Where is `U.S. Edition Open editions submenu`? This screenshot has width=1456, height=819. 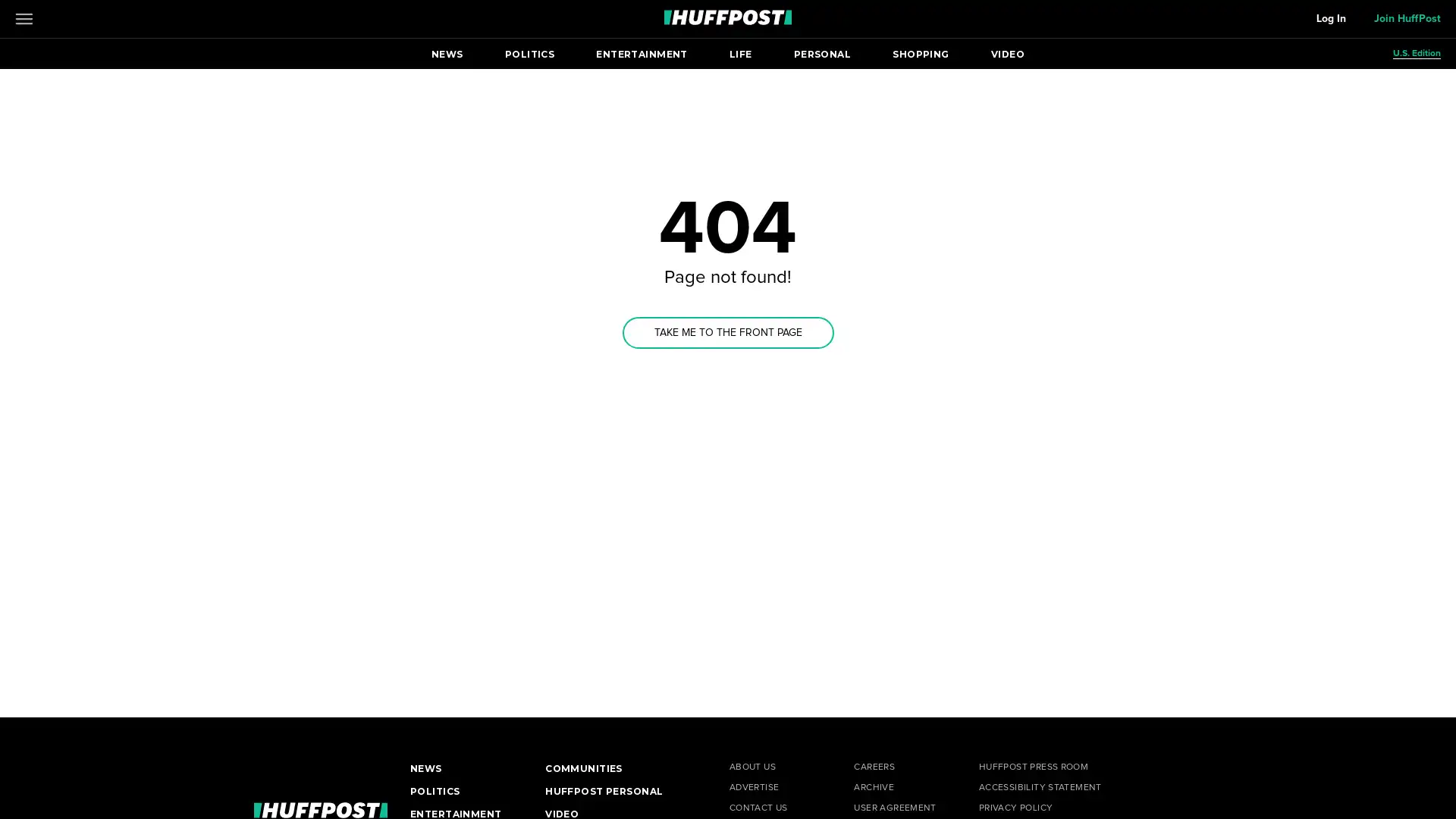 U.S. Edition Open editions submenu is located at coordinates (1416, 53).